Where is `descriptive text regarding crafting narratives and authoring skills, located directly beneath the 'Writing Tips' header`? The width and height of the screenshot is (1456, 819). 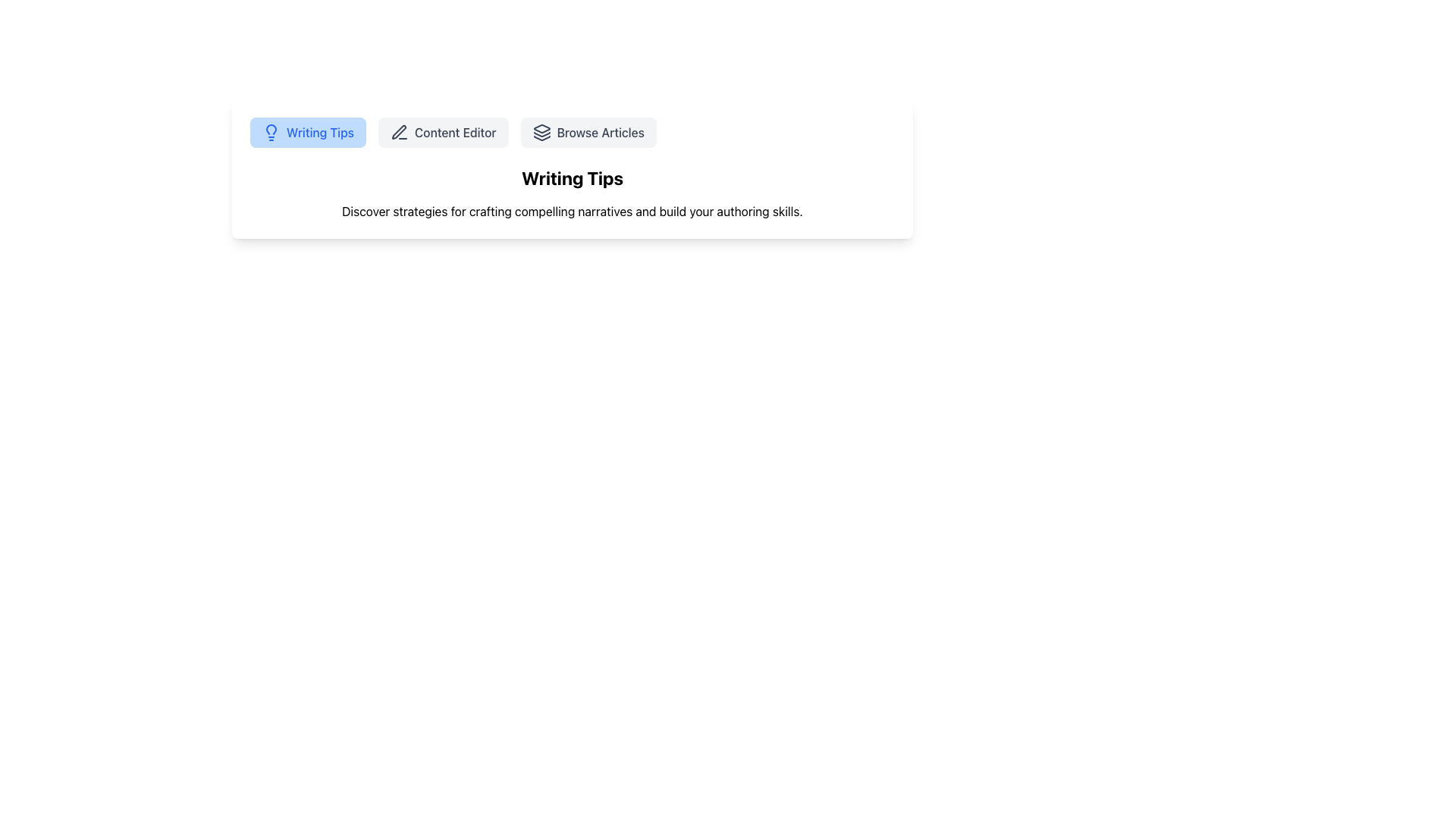
descriptive text regarding crafting narratives and authoring skills, located directly beneath the 'Writing Tips' header is located at coordinates (571, 211).